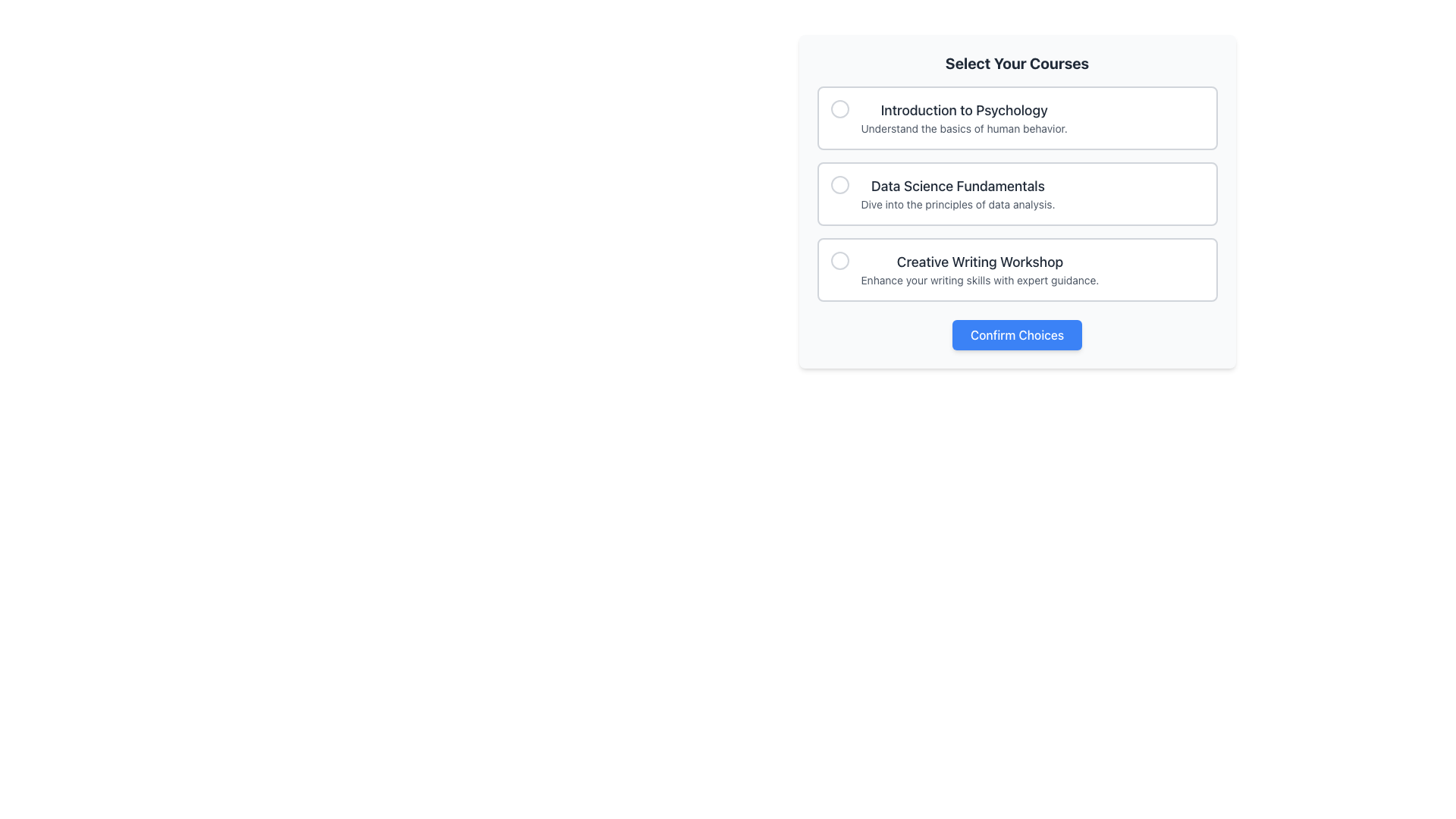 This screenshot has height=819, width=1456. What do you see at coordinates (980, 281) in the screenshot?
I see `the descriptive subtitle for the 'Creative Writing Workshop' option, which provides additional details about the course content` at bounding box center [980, 281].